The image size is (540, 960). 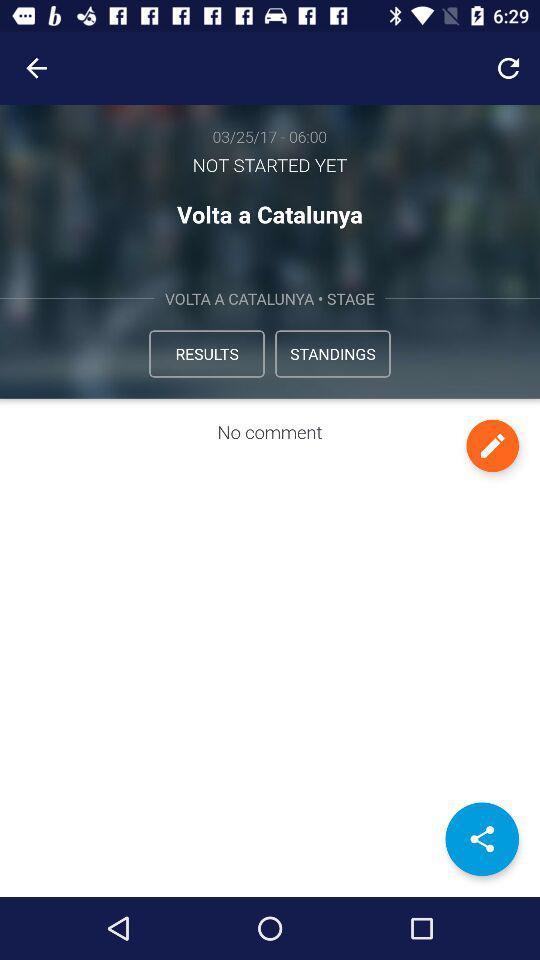 I want to click on comment, so click(x=491, y=445).